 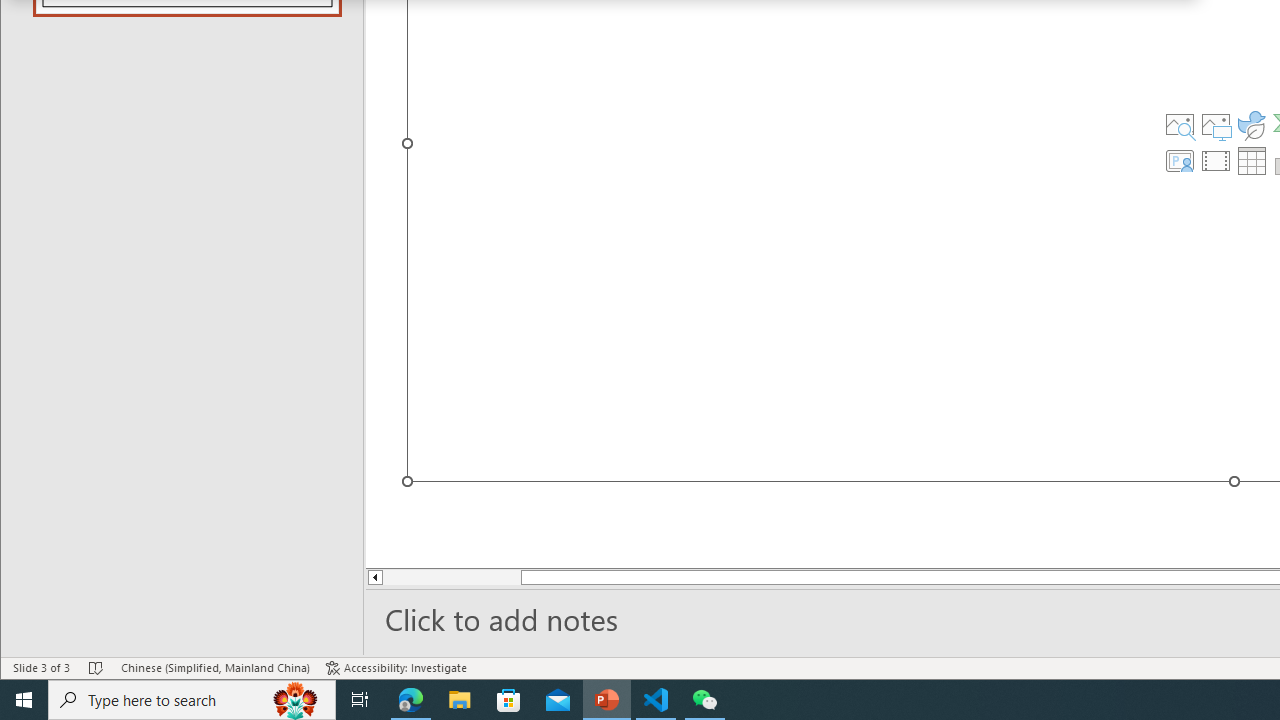 I want to click on 'Pictures', so click(x=1215, y=124).